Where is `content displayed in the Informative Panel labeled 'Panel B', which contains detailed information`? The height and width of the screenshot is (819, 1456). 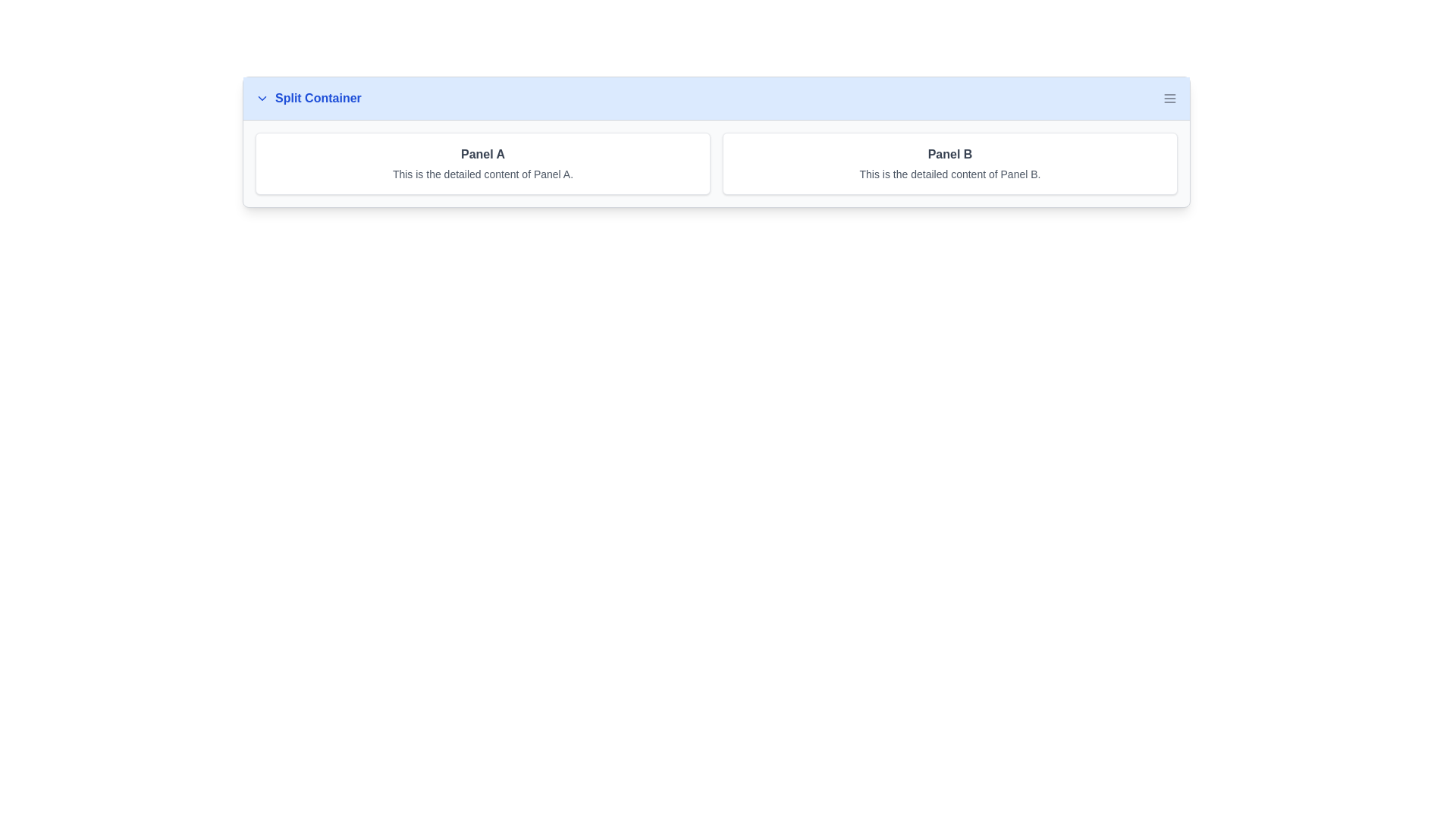
content displayed in the Informative Panel labeled 'Panel B', which contains detailed information is located at coordinates (949, 164).